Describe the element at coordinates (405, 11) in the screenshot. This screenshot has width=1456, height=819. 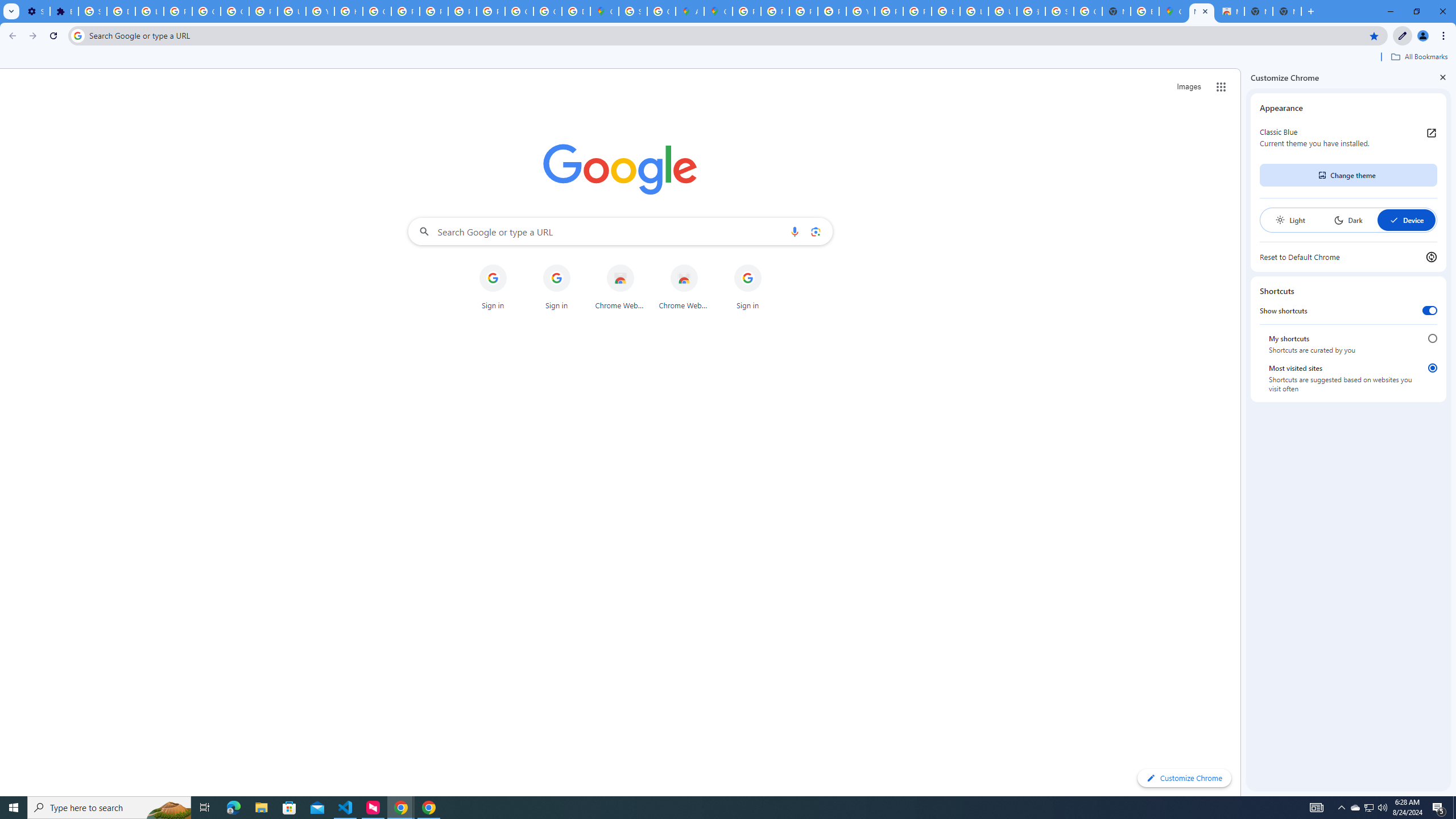
I see `'Privacy Help Center - Policies Help'` at that location.